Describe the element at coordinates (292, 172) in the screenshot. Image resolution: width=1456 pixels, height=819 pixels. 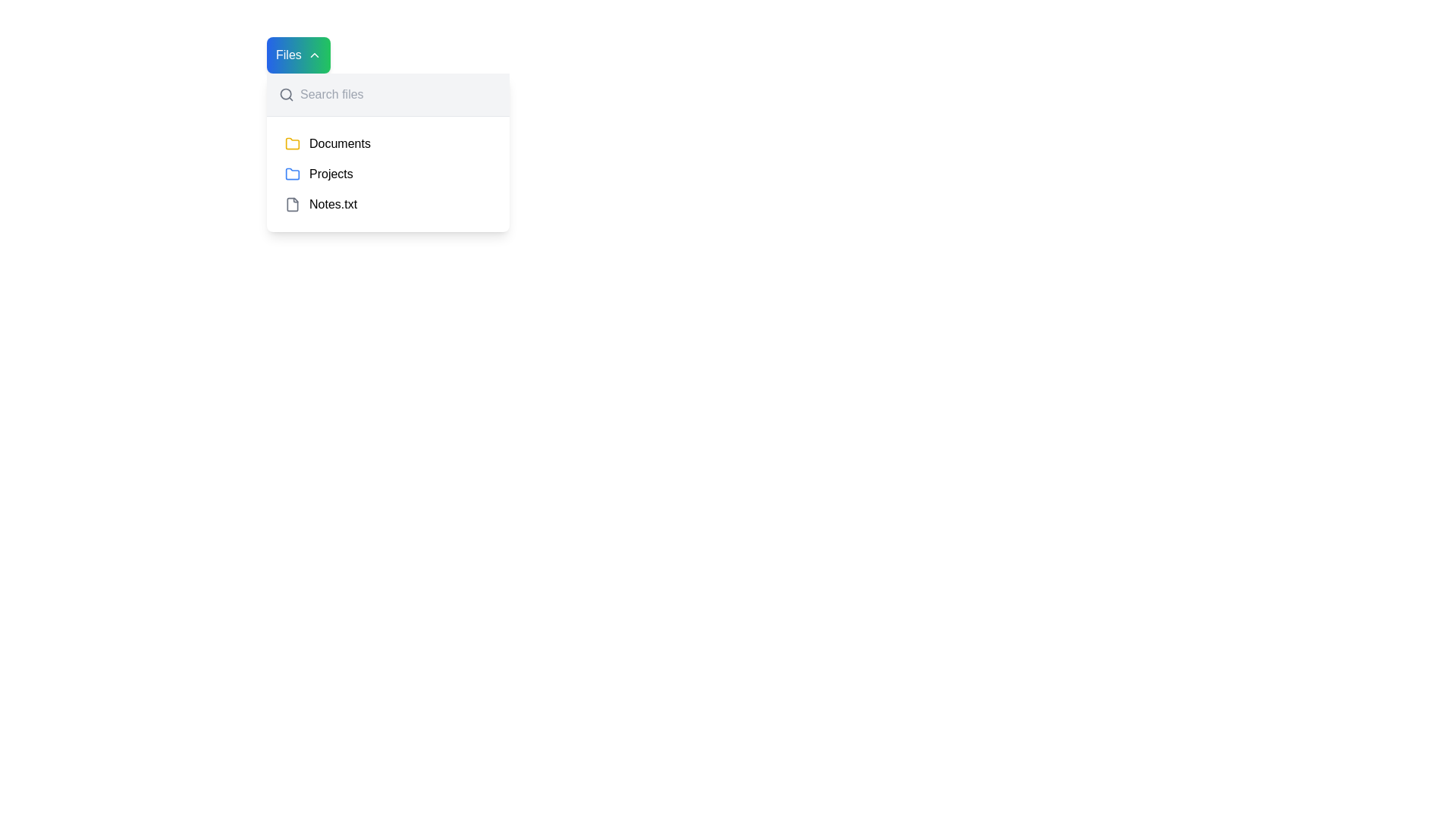
I see `the folder-like icon with rounded edges and a notch, filled with light blue color, located next to the 'Documents' label in the dropdown panel` at that location.